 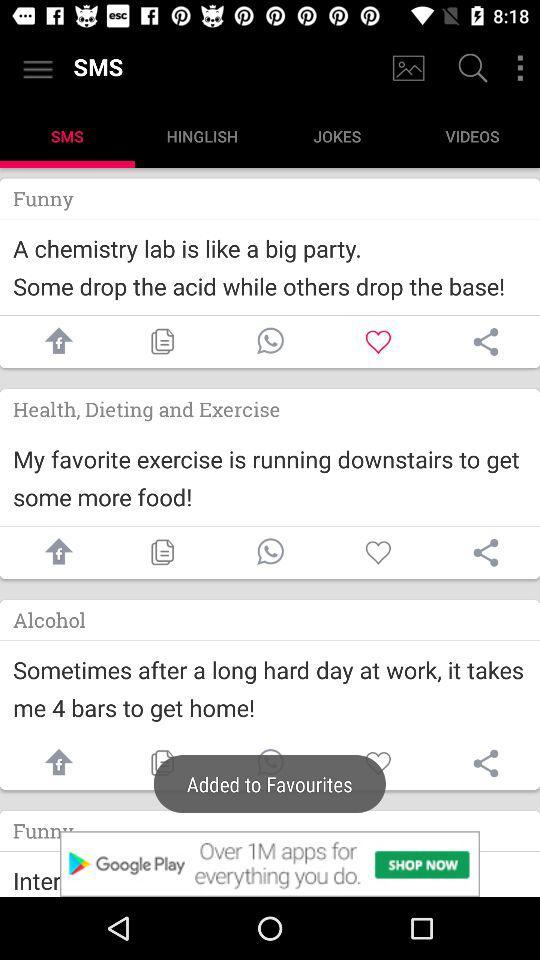 I want to click on like button, so click(x=378, y=341).